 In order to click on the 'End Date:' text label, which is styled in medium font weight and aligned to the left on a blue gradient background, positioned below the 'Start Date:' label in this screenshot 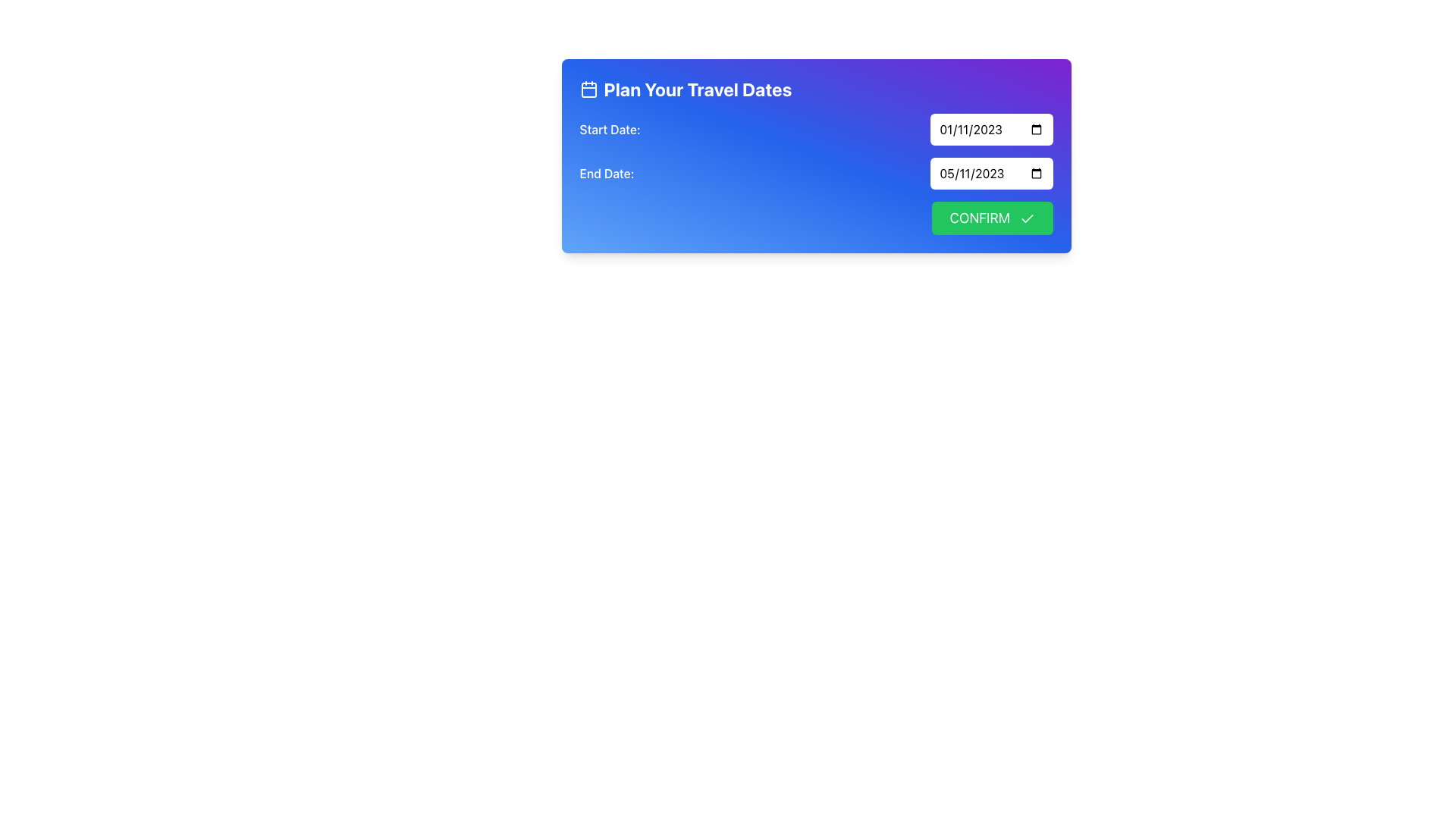, I will do `click(607, 172)`.